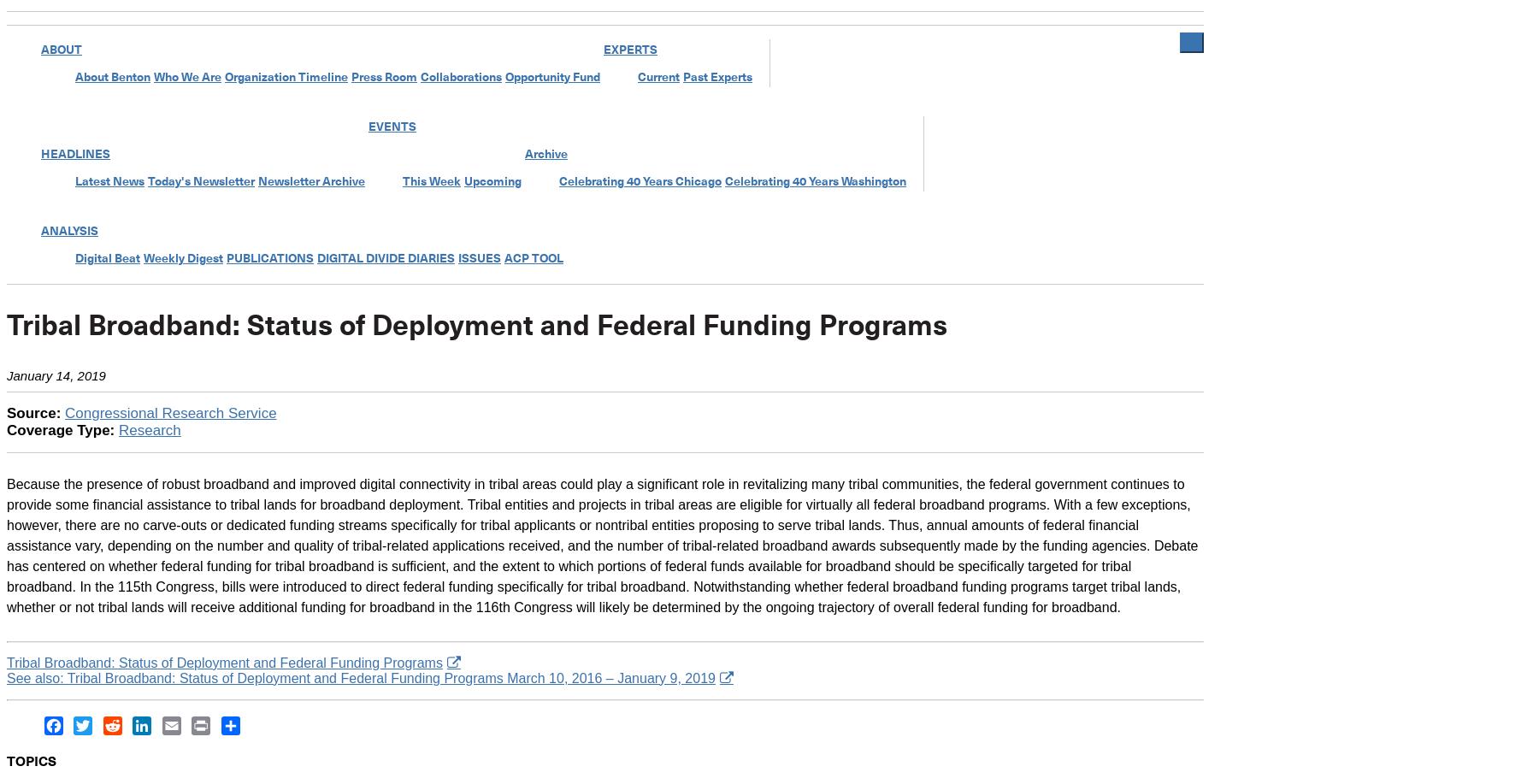  What do you see at coordinates (34, 411) in the screenshot?
I see `'Source:'` at bounding box center [34, 411].